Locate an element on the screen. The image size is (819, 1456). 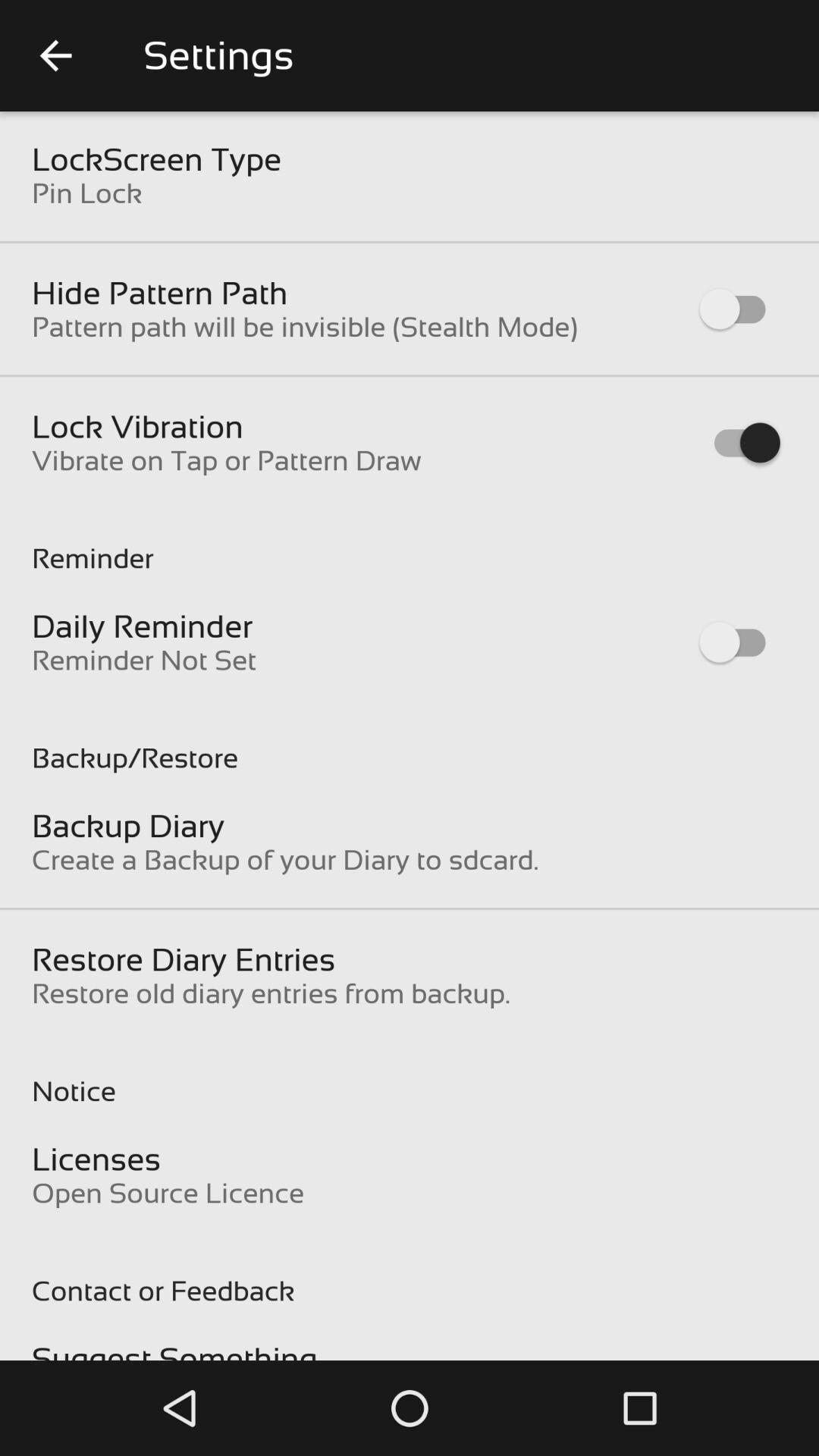
item below the reminder is located at coordinates (142, 626).